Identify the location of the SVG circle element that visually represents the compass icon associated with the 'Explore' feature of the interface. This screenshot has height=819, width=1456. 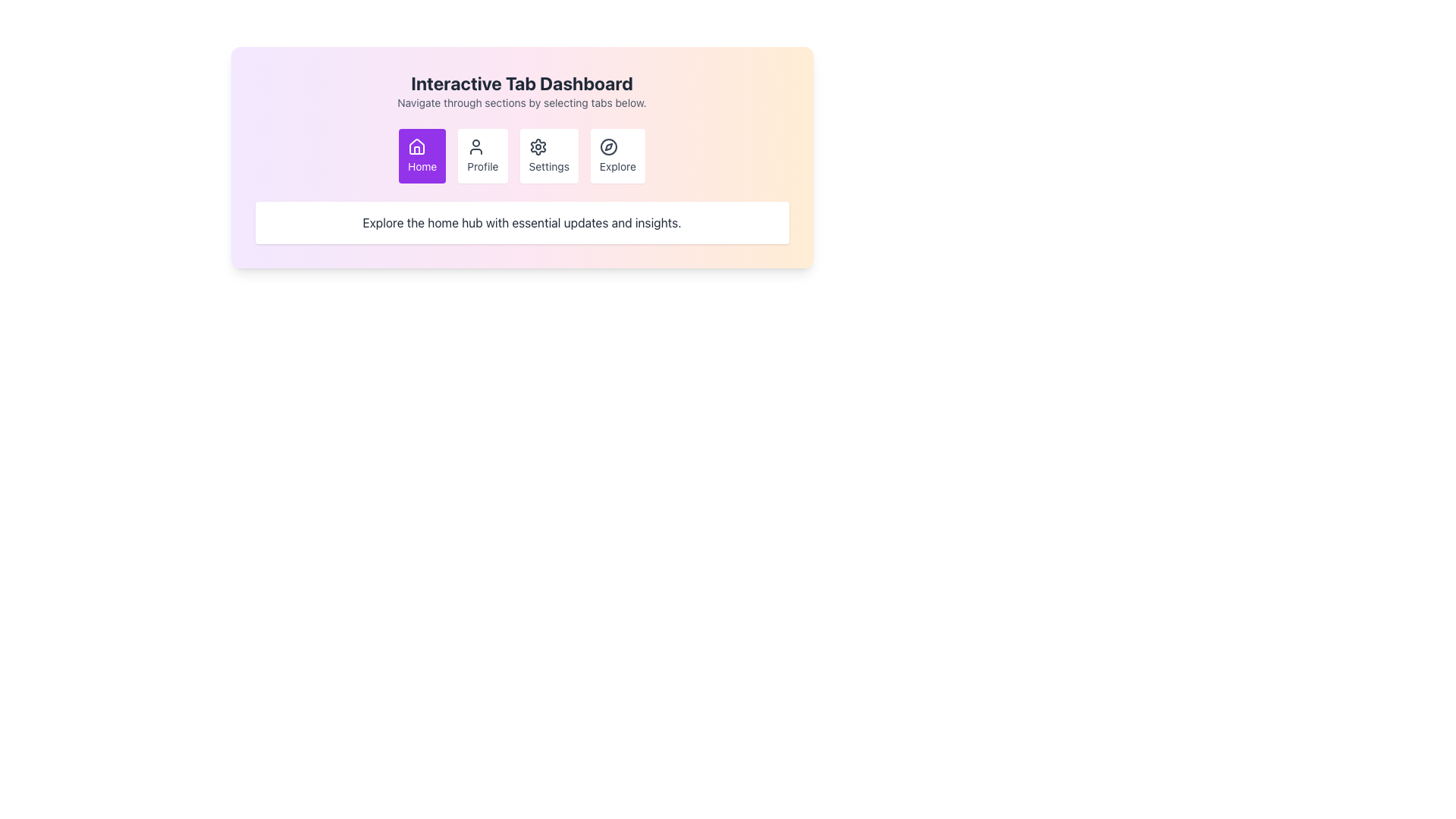
(608, 146).